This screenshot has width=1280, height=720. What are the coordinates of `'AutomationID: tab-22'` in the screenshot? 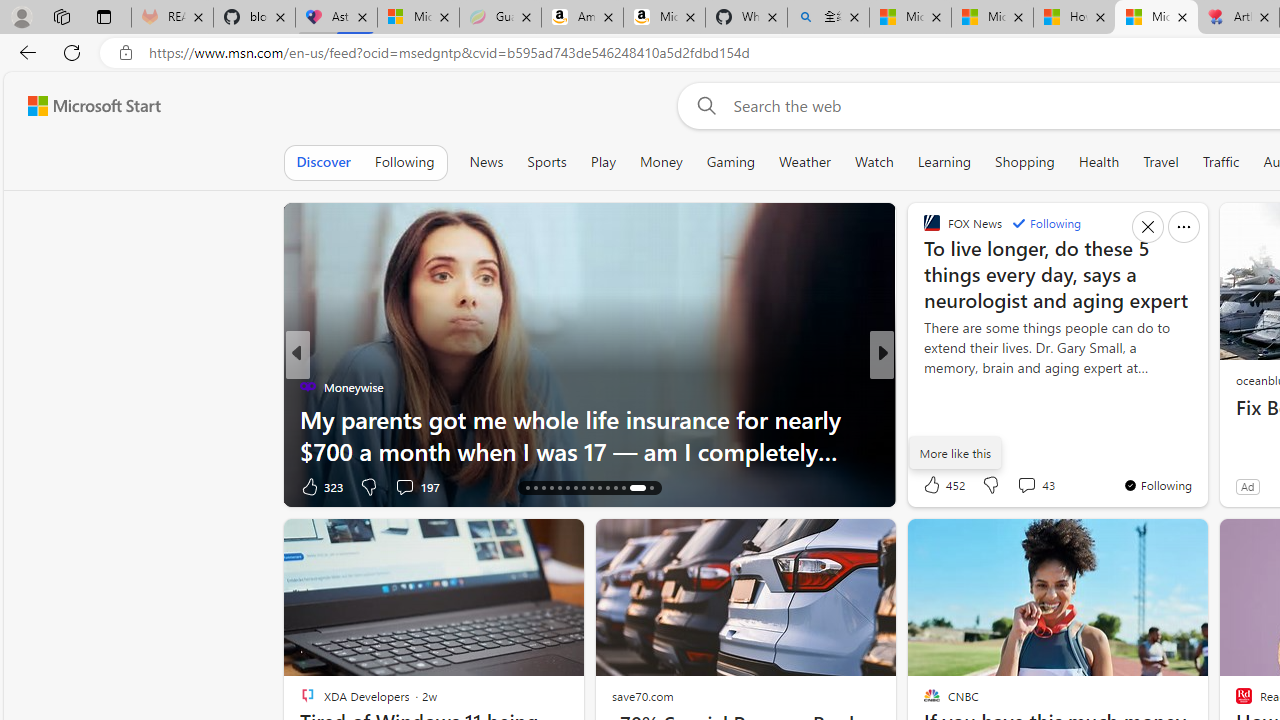 It's located at (574, 488).